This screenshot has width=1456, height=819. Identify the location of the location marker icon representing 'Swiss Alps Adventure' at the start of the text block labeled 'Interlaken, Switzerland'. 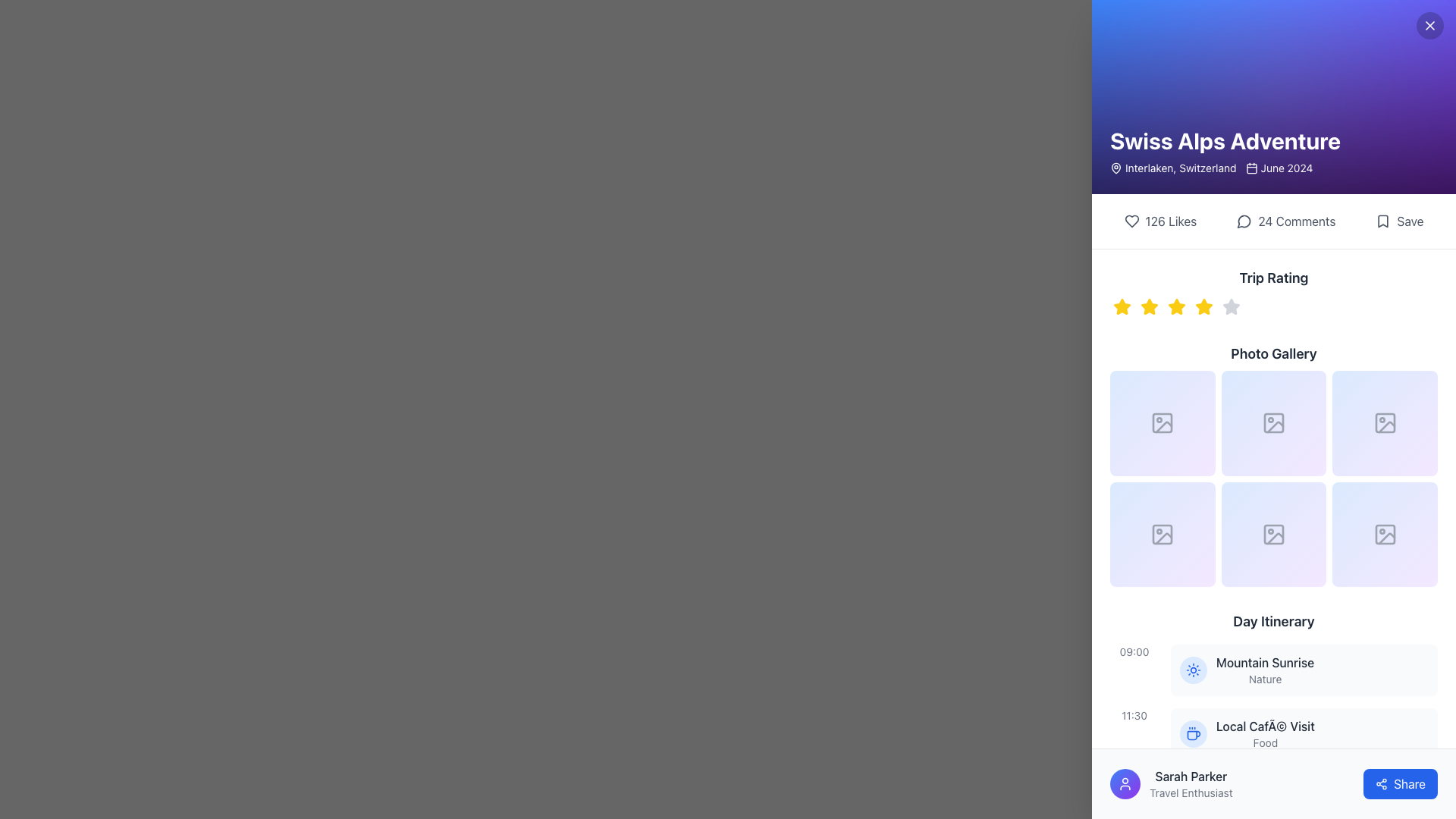
(1116, 168).